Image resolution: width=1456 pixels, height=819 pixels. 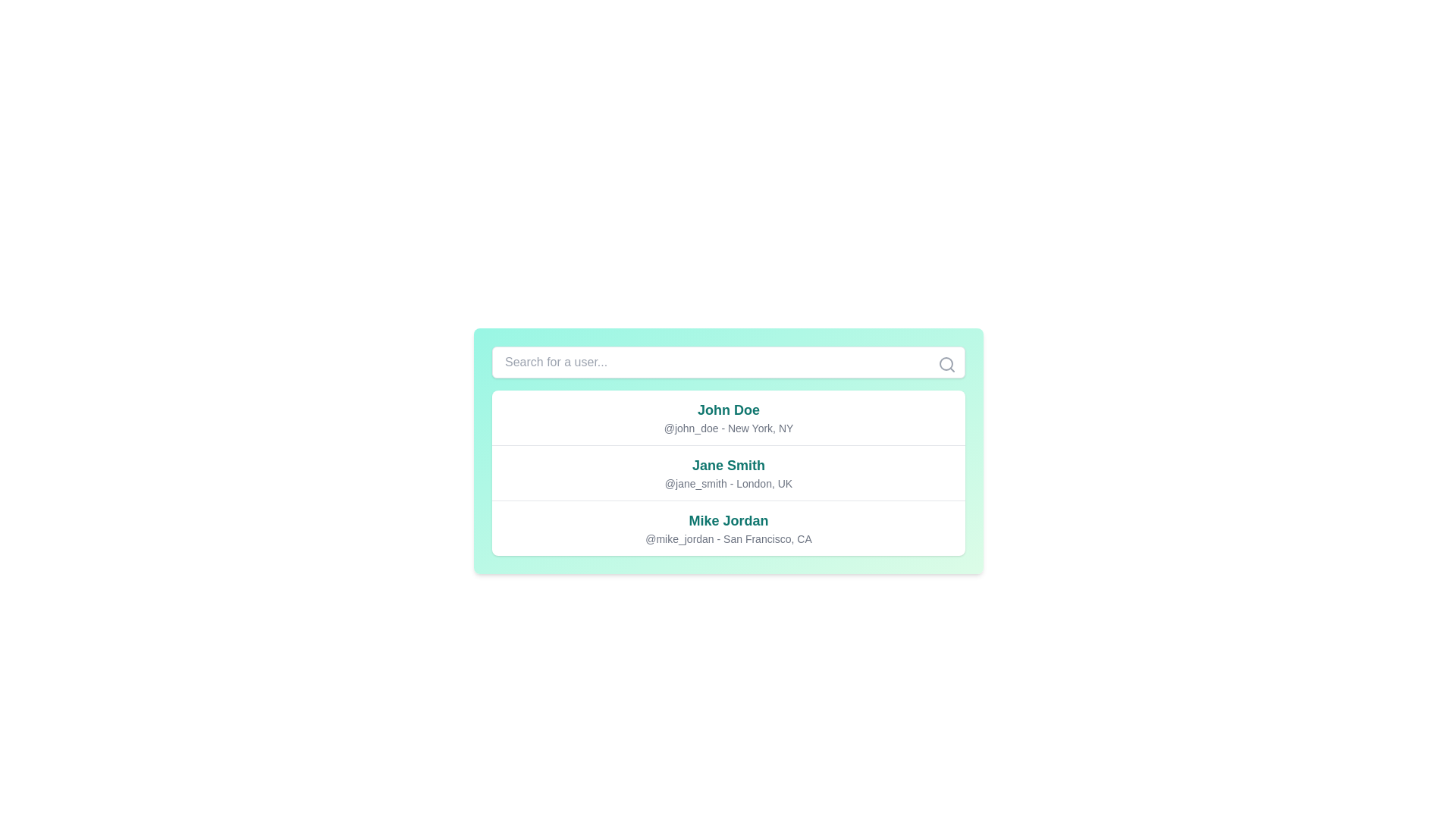 I want to click on the first list item displaying user information for 'John Doe' to activate the hover effect, so click(x=728, y=418).